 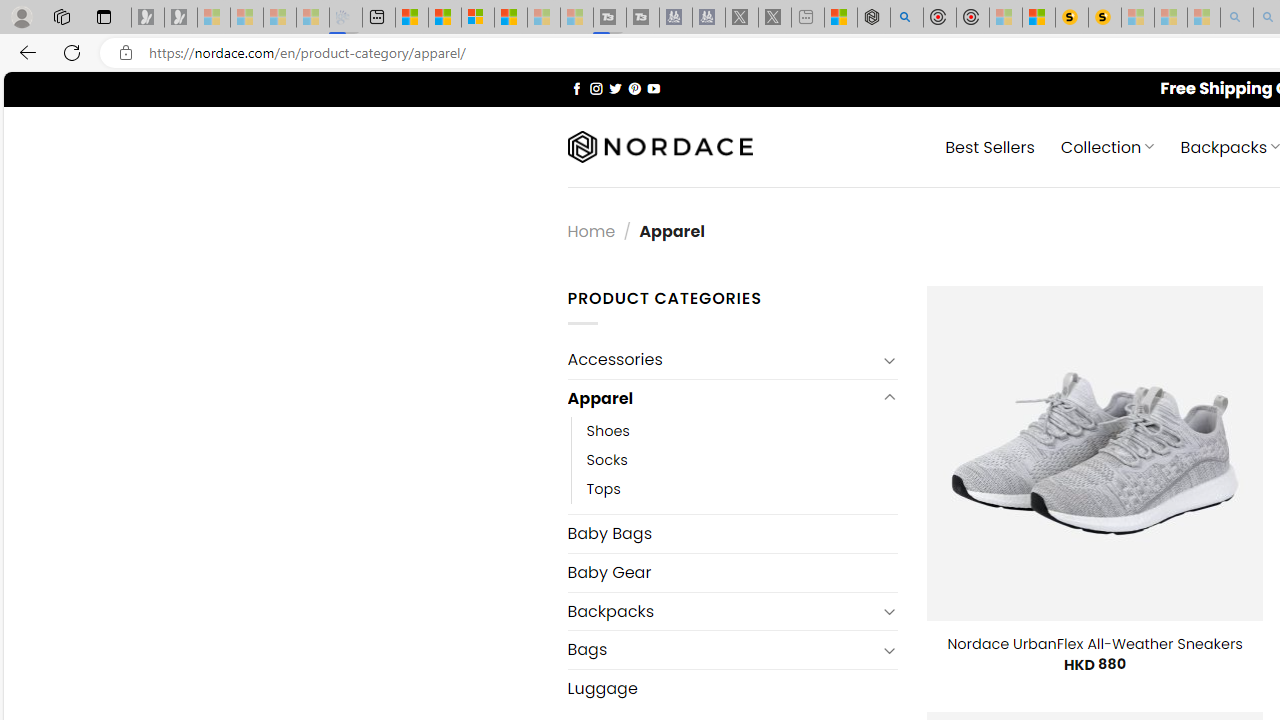 I want to click on 'Overview', so click(x=477, y=17).